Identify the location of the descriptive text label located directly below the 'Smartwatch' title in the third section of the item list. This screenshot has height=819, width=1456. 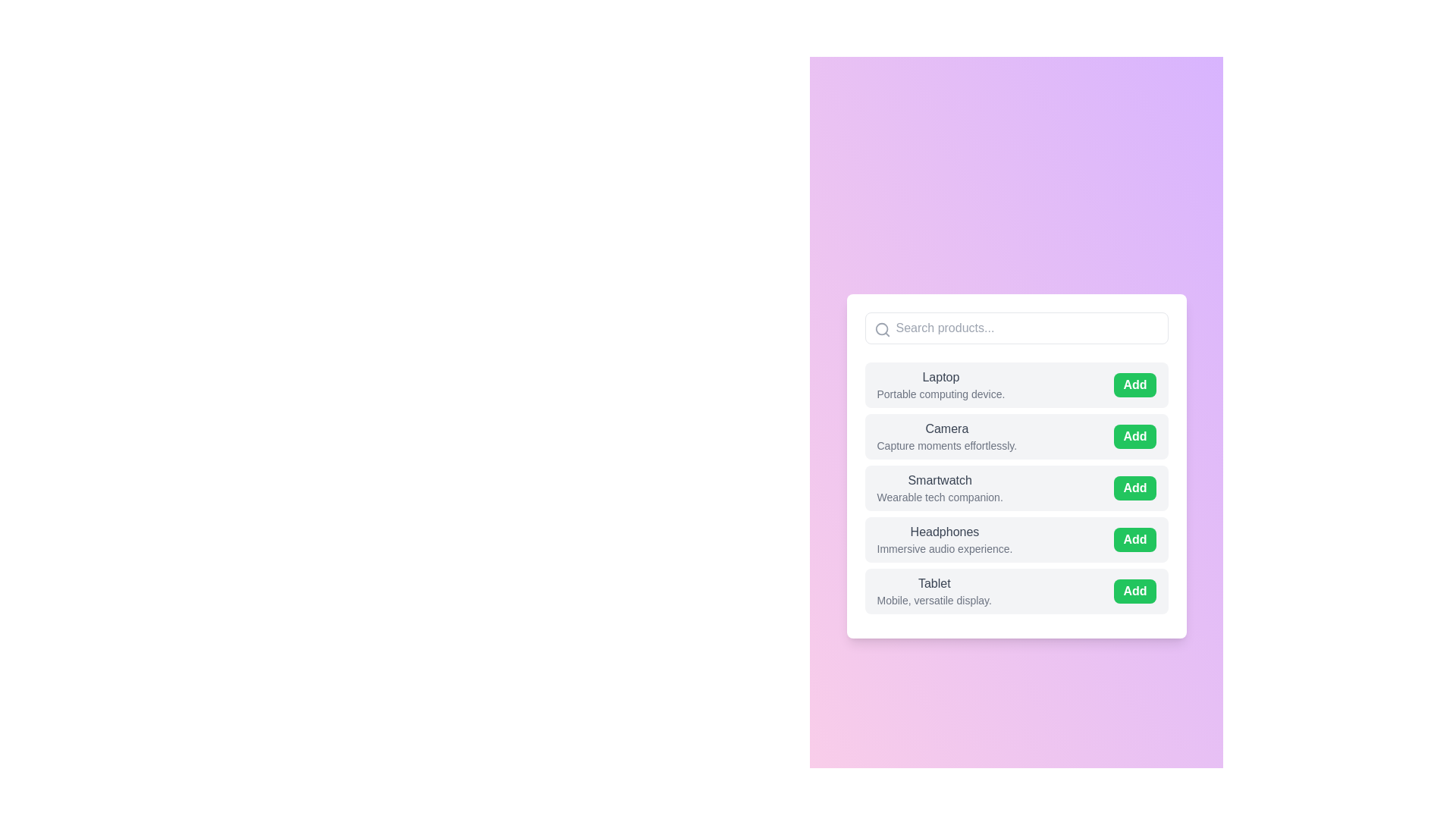
(939, 497).